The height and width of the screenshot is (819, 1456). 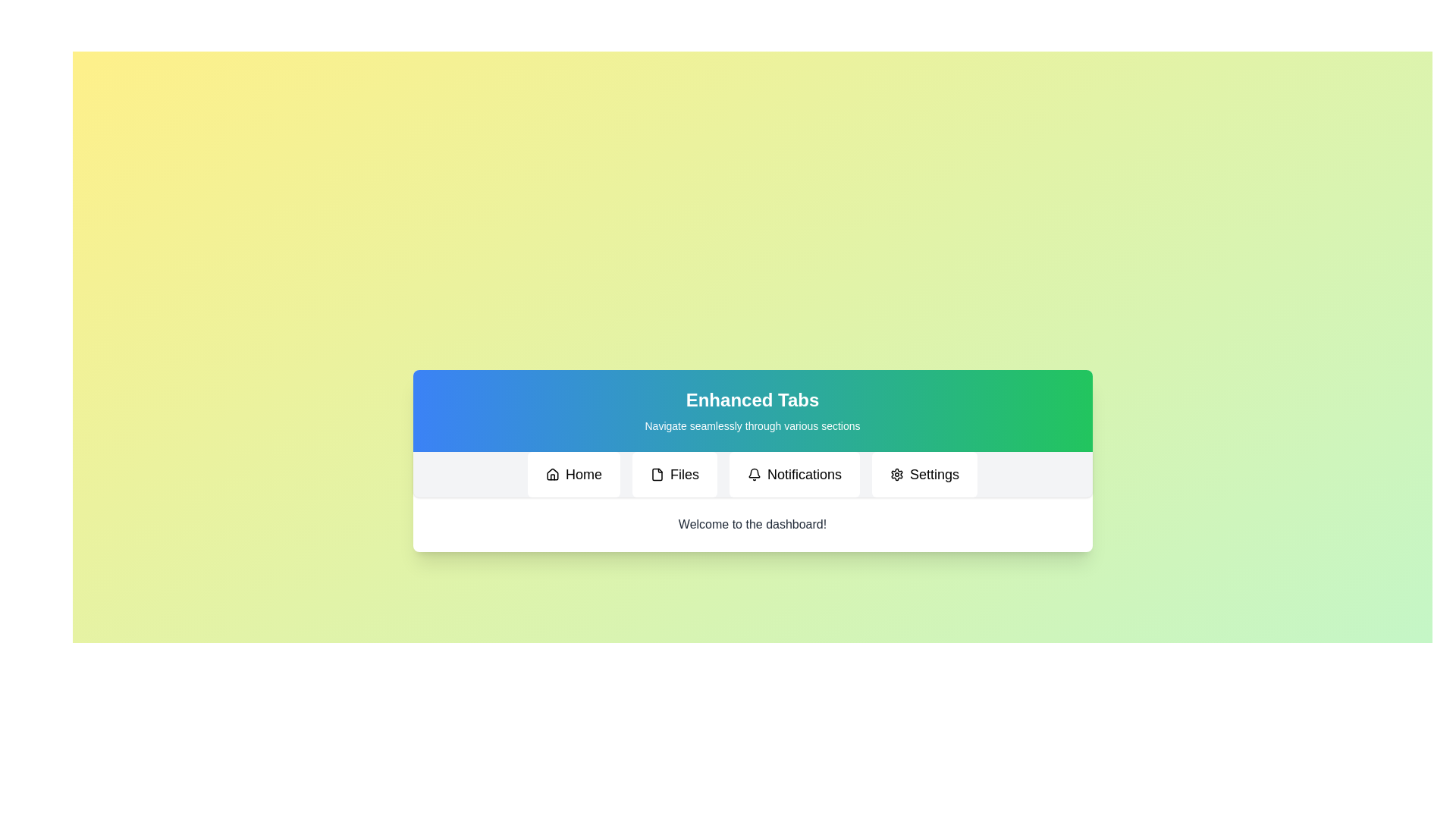 What do you see at coordinates (754, 472) in the screenshot?
I see `the bell icon in the navigation bar` at bounding box center [754, 472].